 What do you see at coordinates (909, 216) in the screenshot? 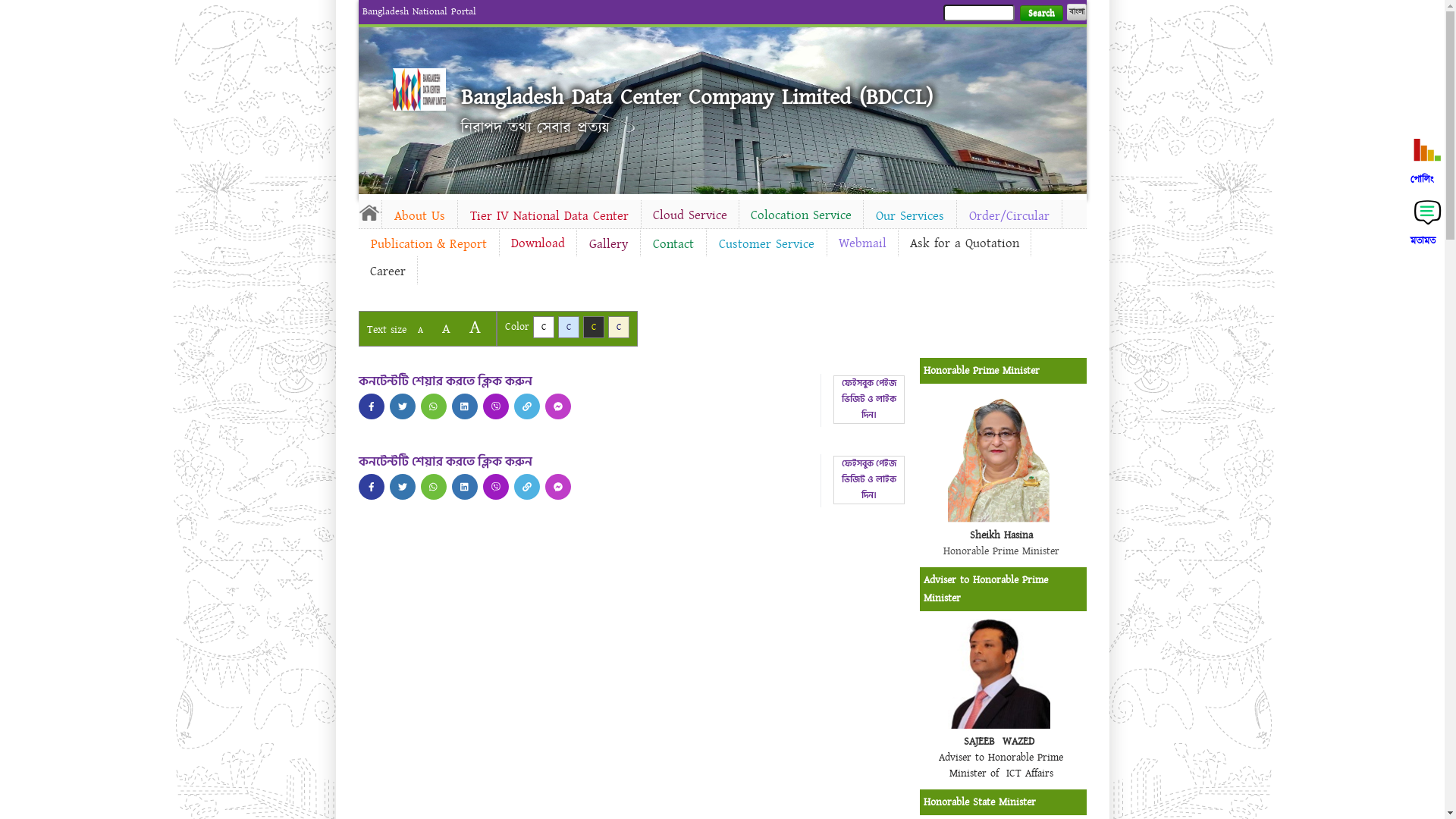
I see `'Our Services'` at bounding box center [909, 216].